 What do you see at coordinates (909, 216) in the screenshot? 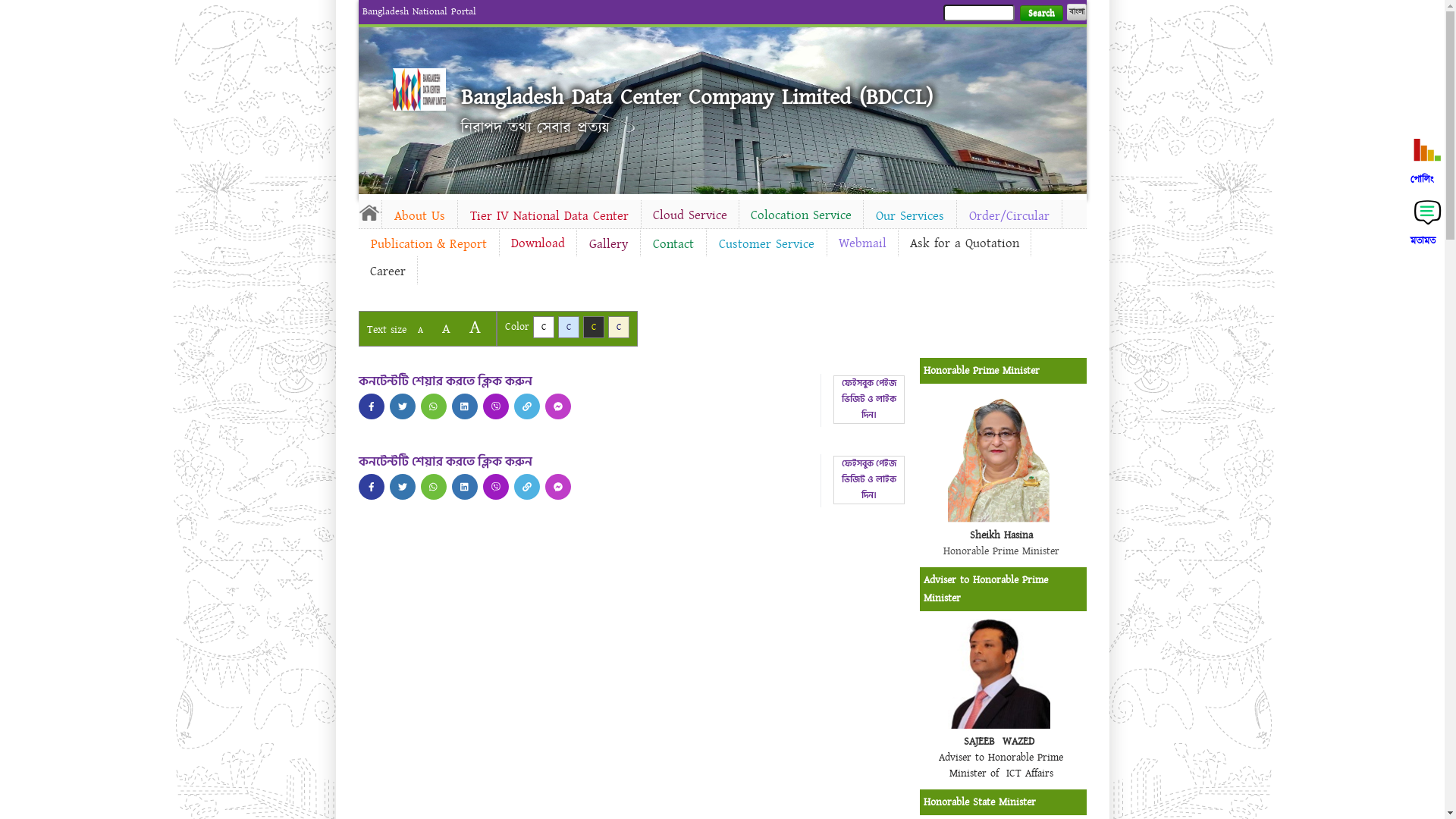
I see `'Our Services'` at bounding box center [909, 216].